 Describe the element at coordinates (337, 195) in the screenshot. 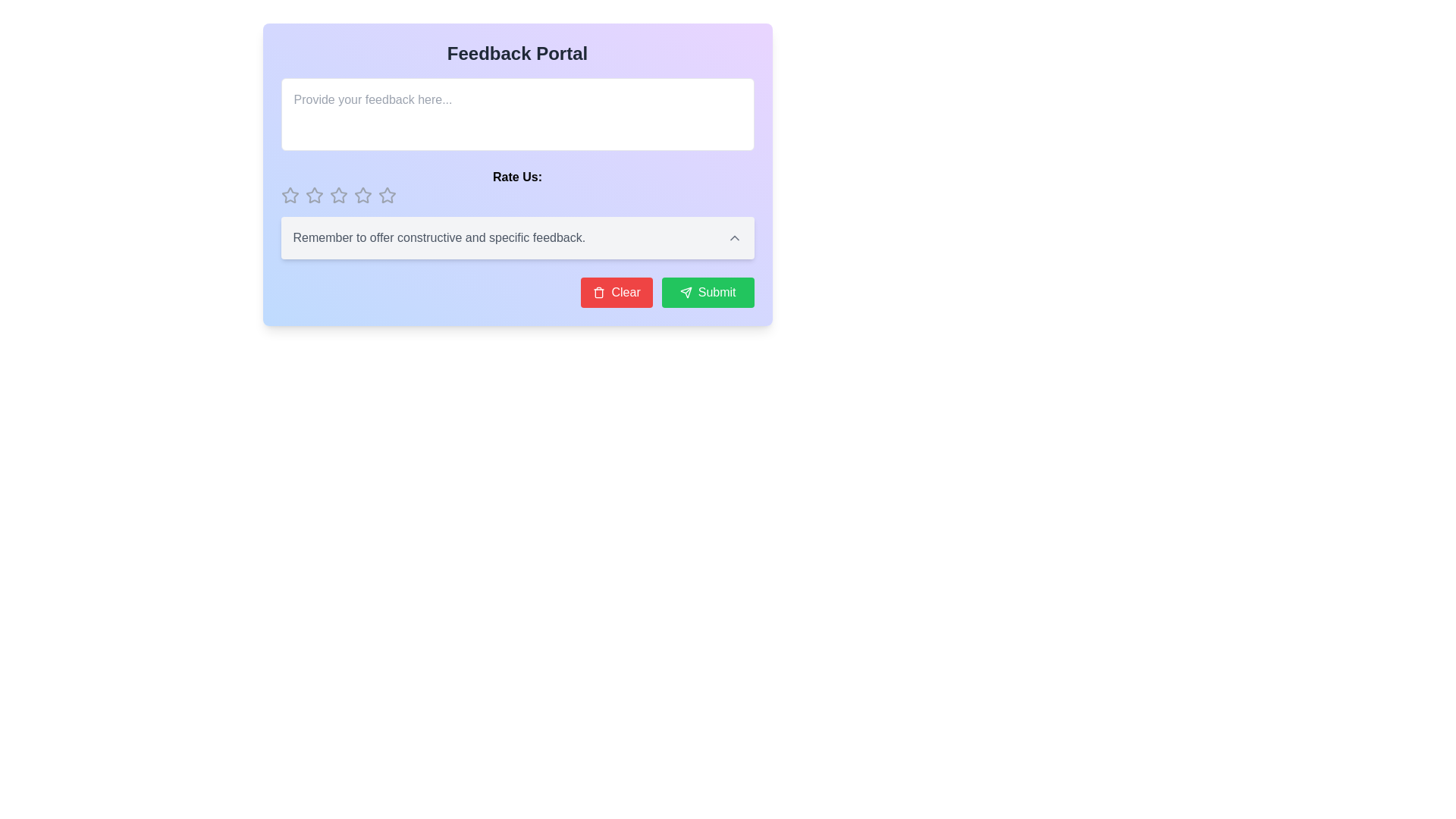

I see `the fourth star icon used for rating` at that location.